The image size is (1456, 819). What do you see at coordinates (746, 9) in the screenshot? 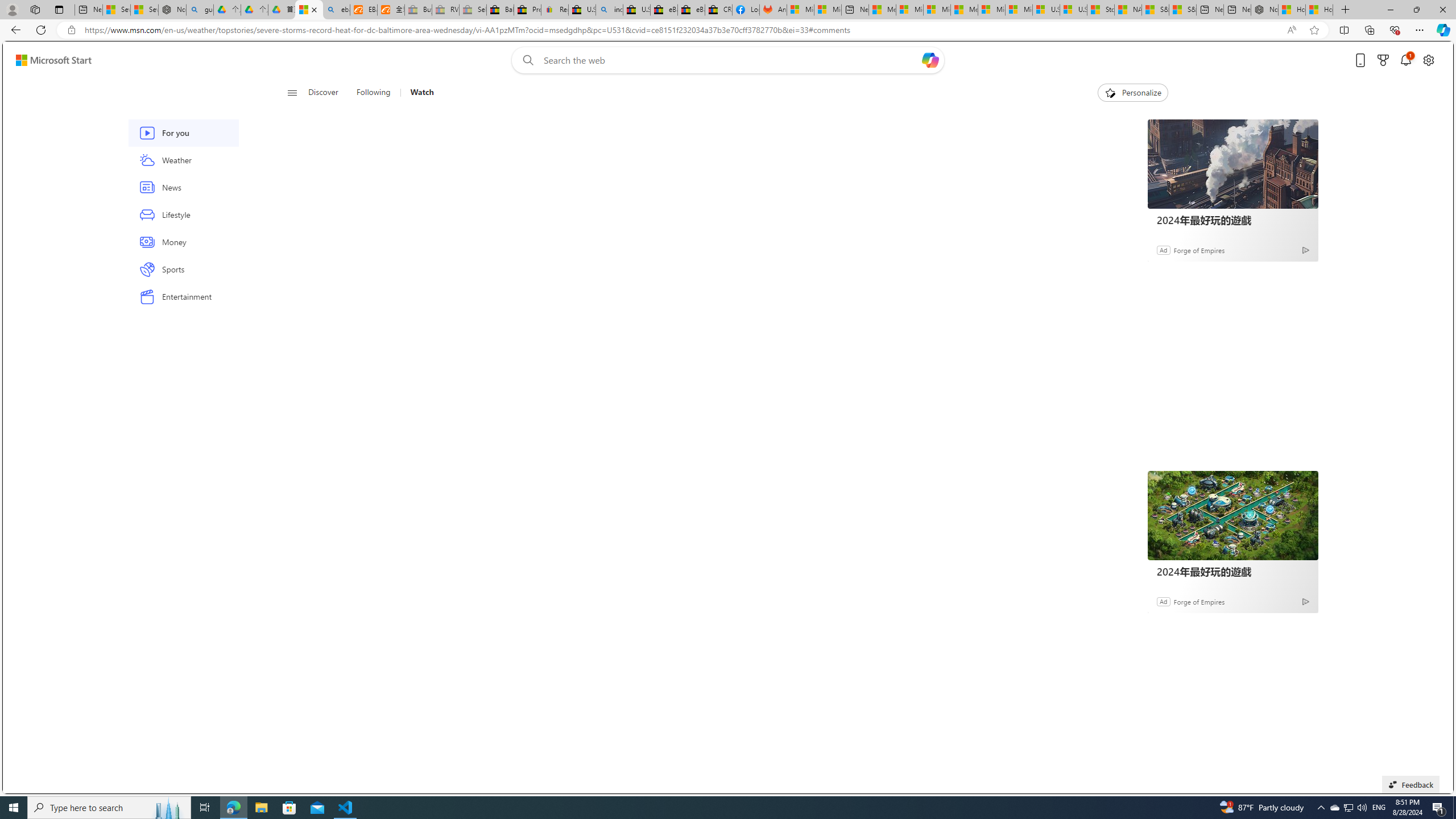
I see `'Log into Facebook'` at bounding box center [746, 9].